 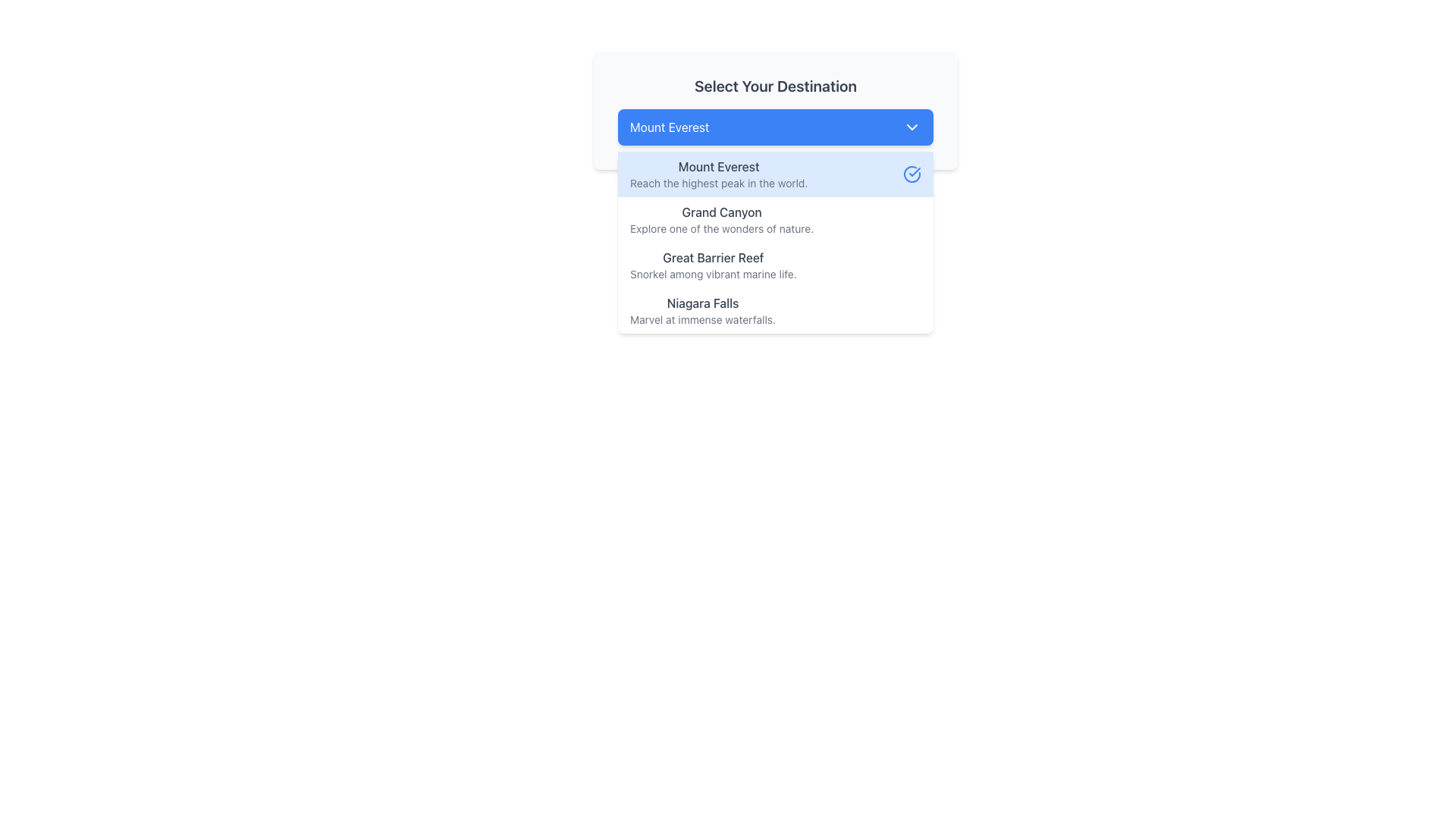 What do you see at coordinates (775, 189) in the screenshot?
I see `the first selectable option` at bounding box center [775, 189].